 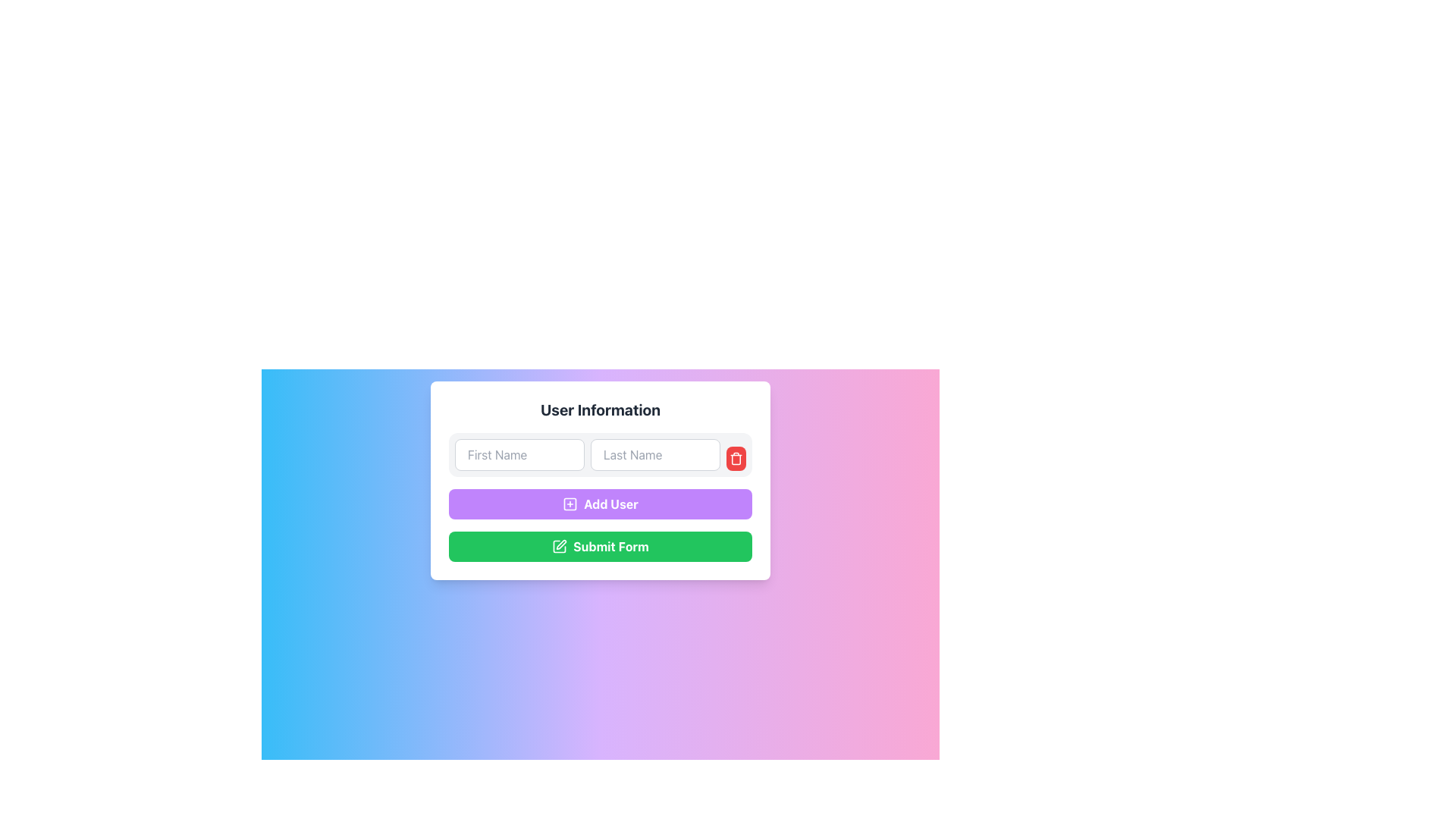 What do you see at coordinates (736, 458) in the screenshot?
I see `the small, square-shaped red button with a white trash can icon` at bounding box center [736, 458].